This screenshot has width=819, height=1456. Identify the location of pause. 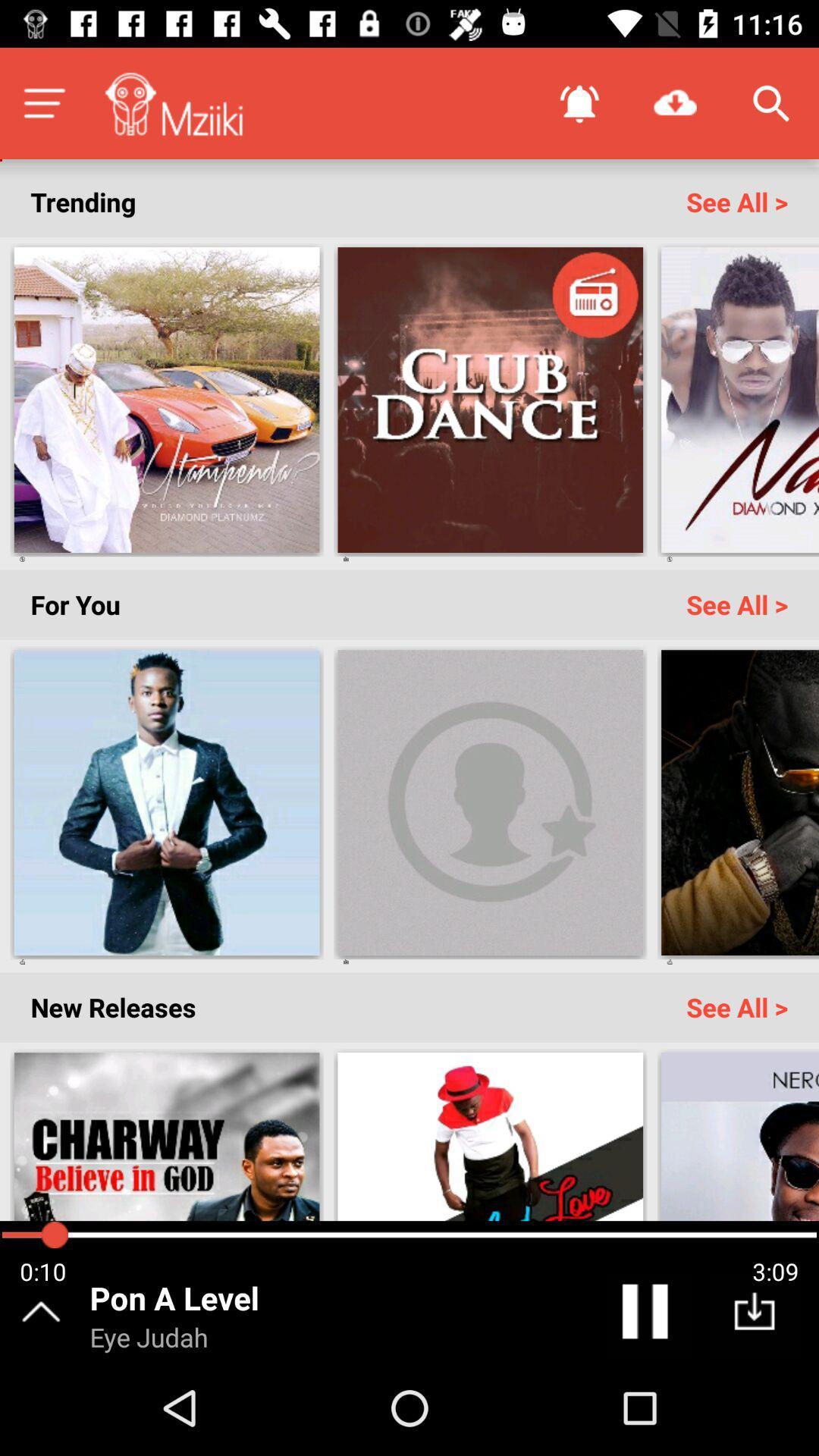
(648, 1314).